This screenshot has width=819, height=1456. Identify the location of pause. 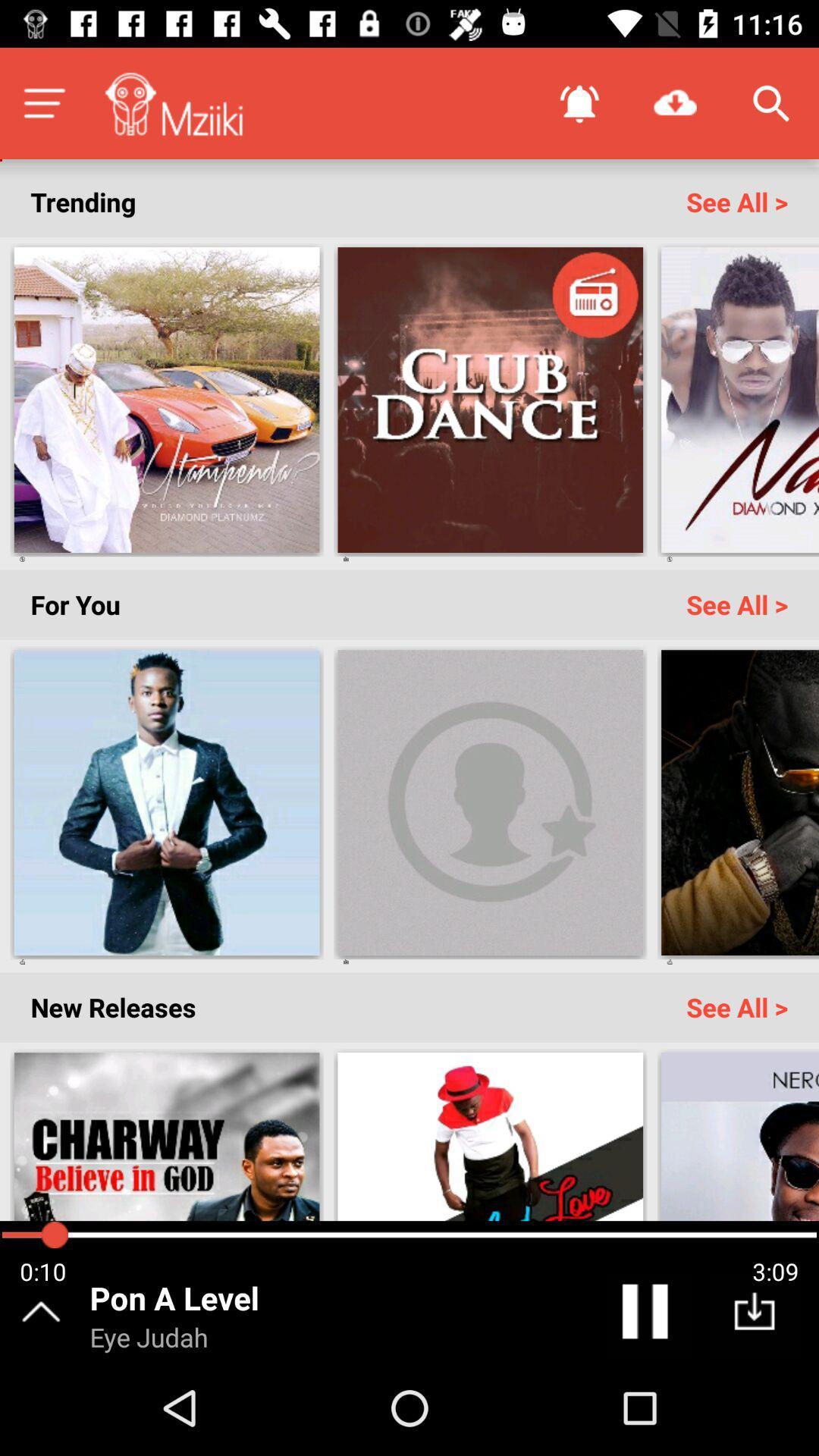
(648, 1314).